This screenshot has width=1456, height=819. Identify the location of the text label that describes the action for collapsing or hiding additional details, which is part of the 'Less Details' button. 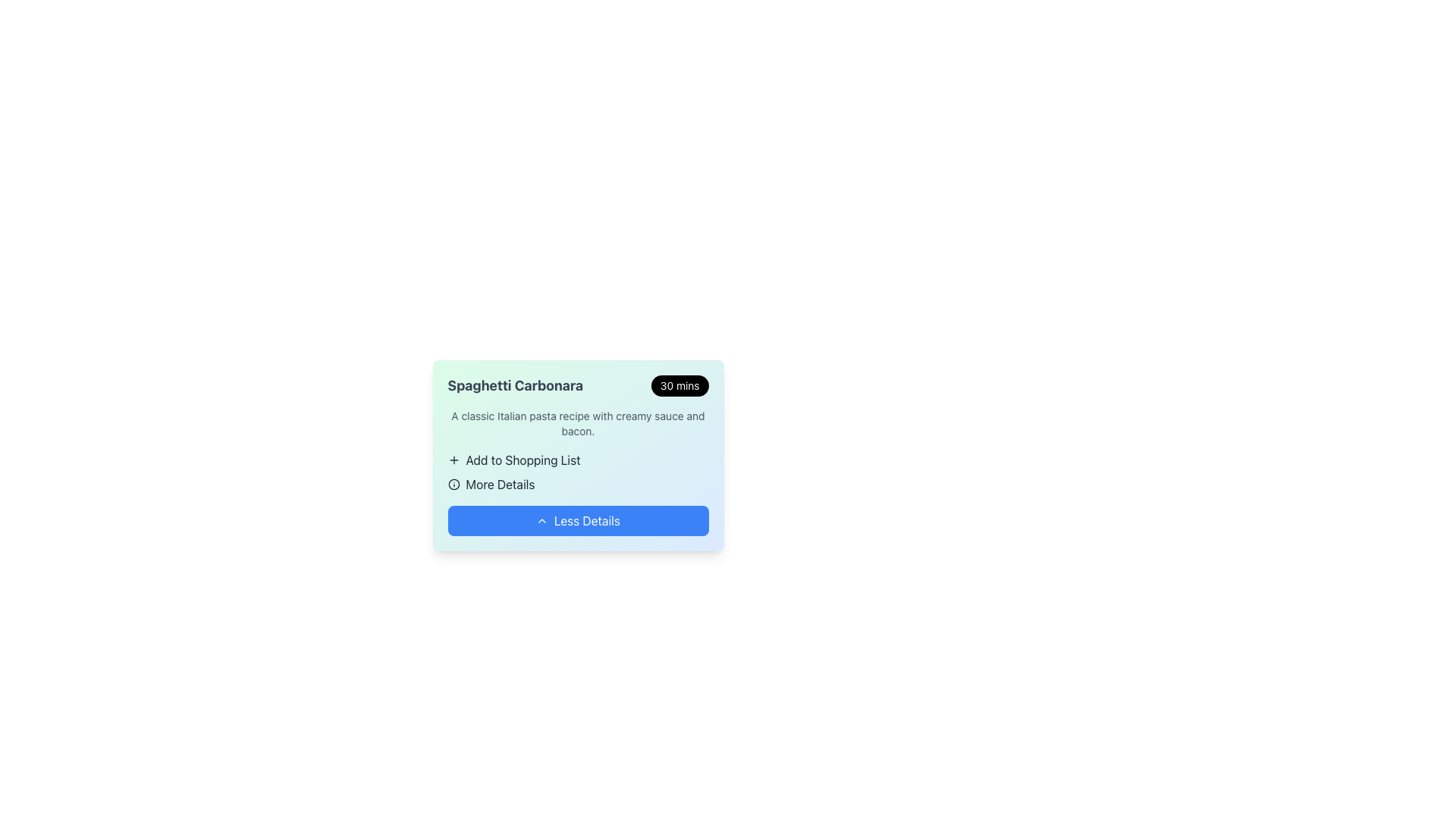
(586, 519).